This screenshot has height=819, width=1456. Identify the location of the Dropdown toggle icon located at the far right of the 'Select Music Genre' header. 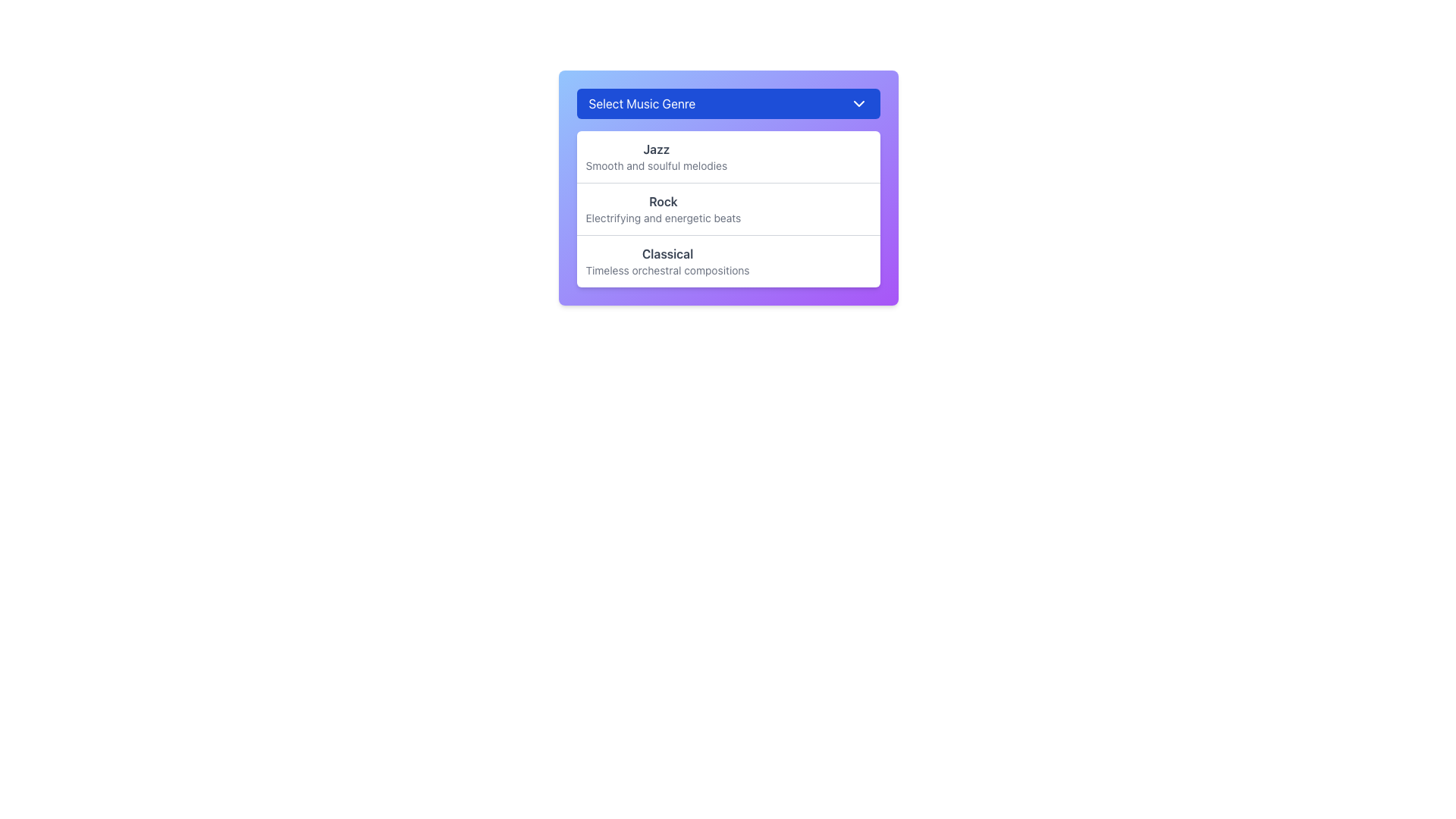
(858, 103).